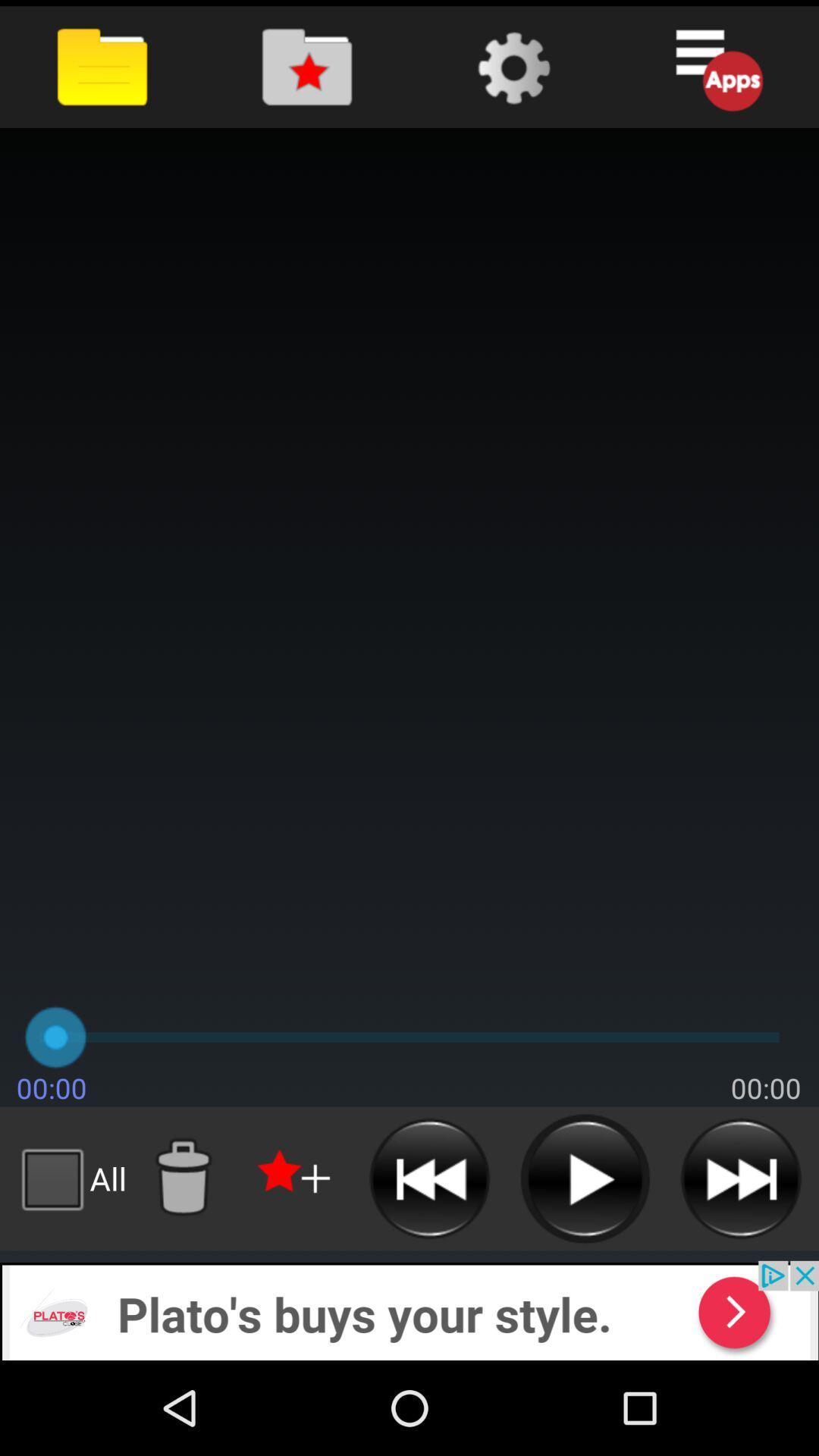 The image size is (819, 1456). What do you see at coordinates (512, 66) in the screenshot?
I see `show settings` at bounding box center [512, 66].